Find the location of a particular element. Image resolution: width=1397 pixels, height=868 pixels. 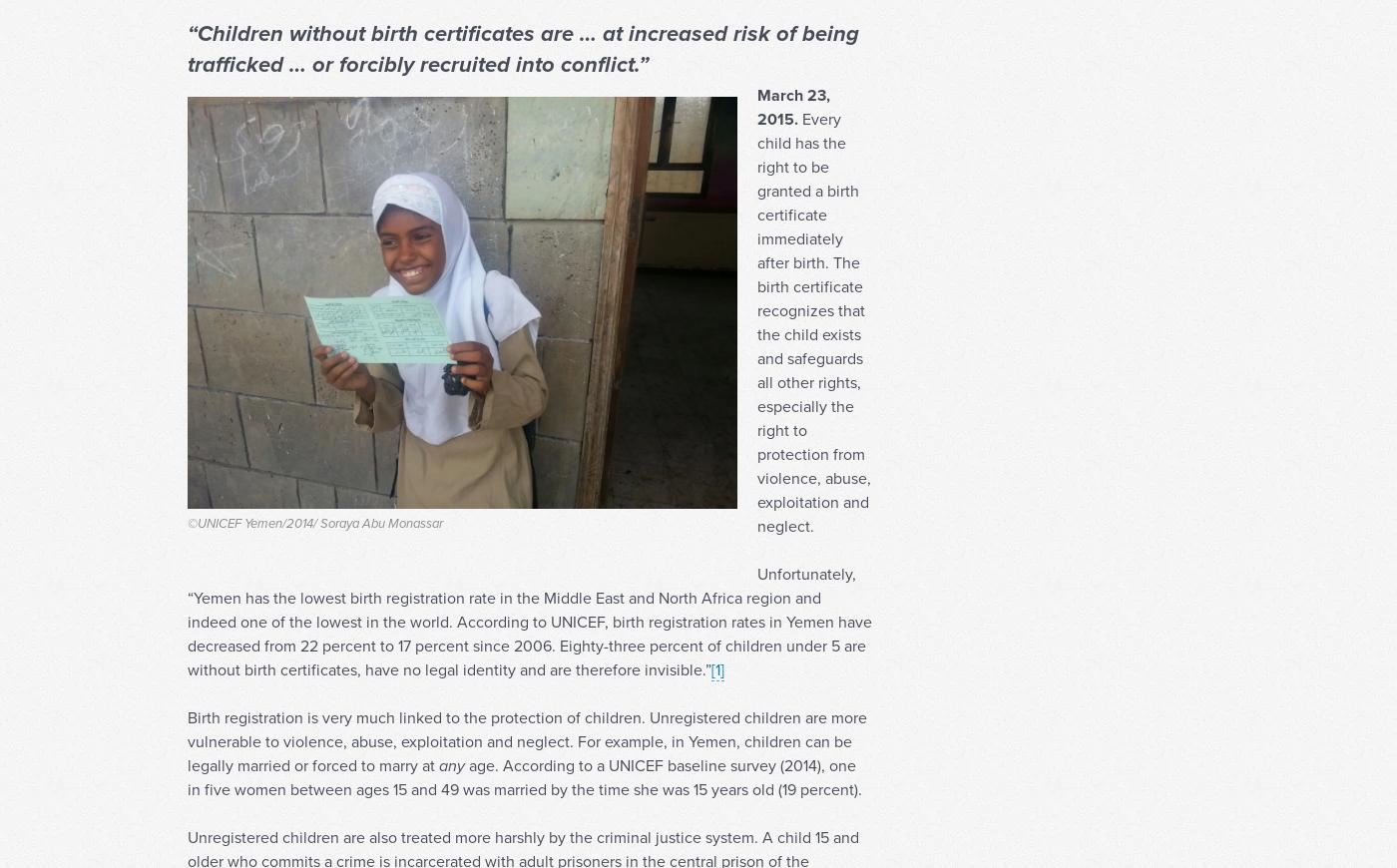

'[1]' is located at coordinates (710, 708).